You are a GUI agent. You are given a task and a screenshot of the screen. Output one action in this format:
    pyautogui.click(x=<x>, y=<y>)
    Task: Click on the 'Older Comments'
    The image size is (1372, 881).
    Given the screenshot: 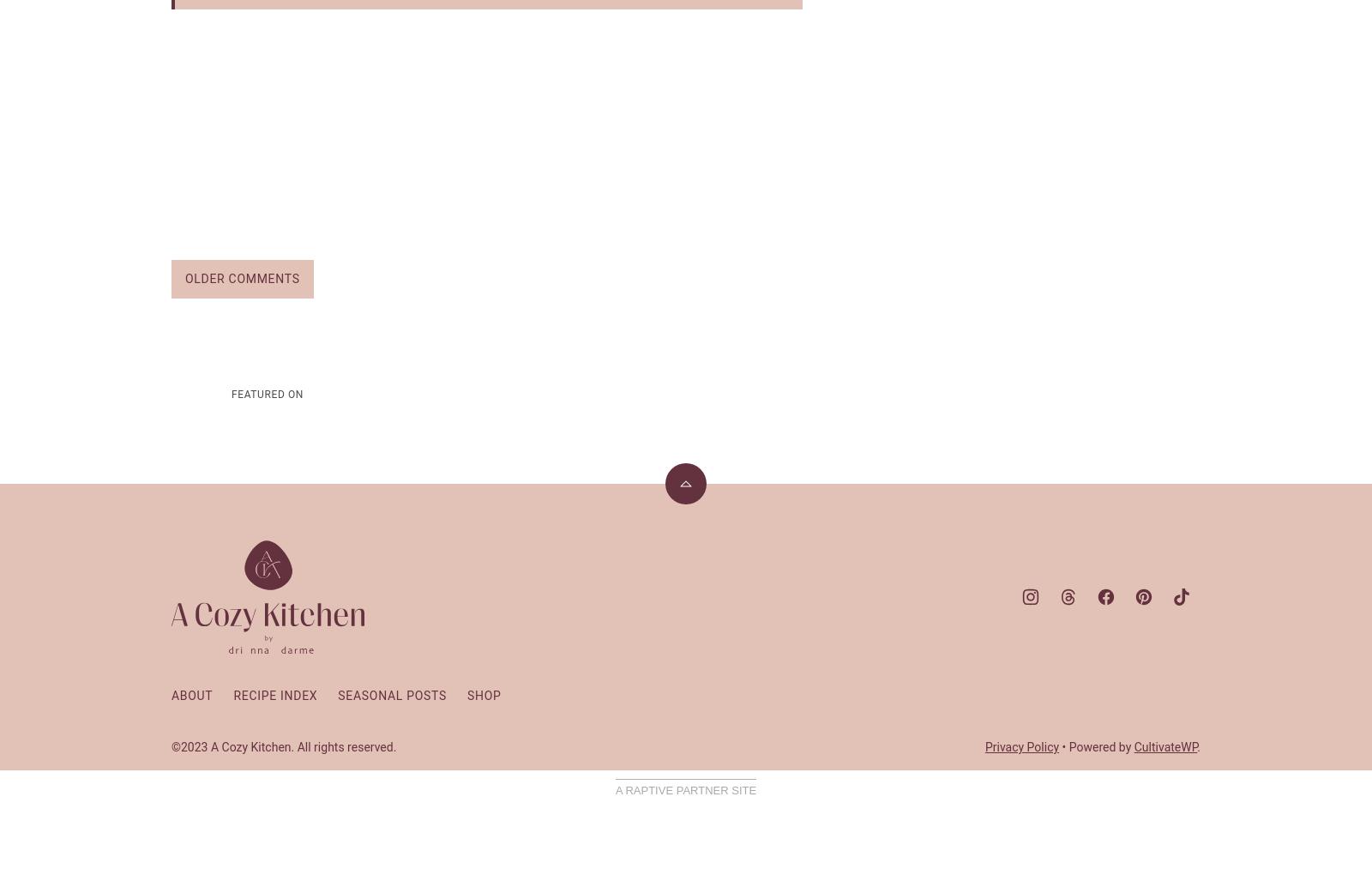 What is the action you would take?
    pyautogui.click(x=242, y=278)
    